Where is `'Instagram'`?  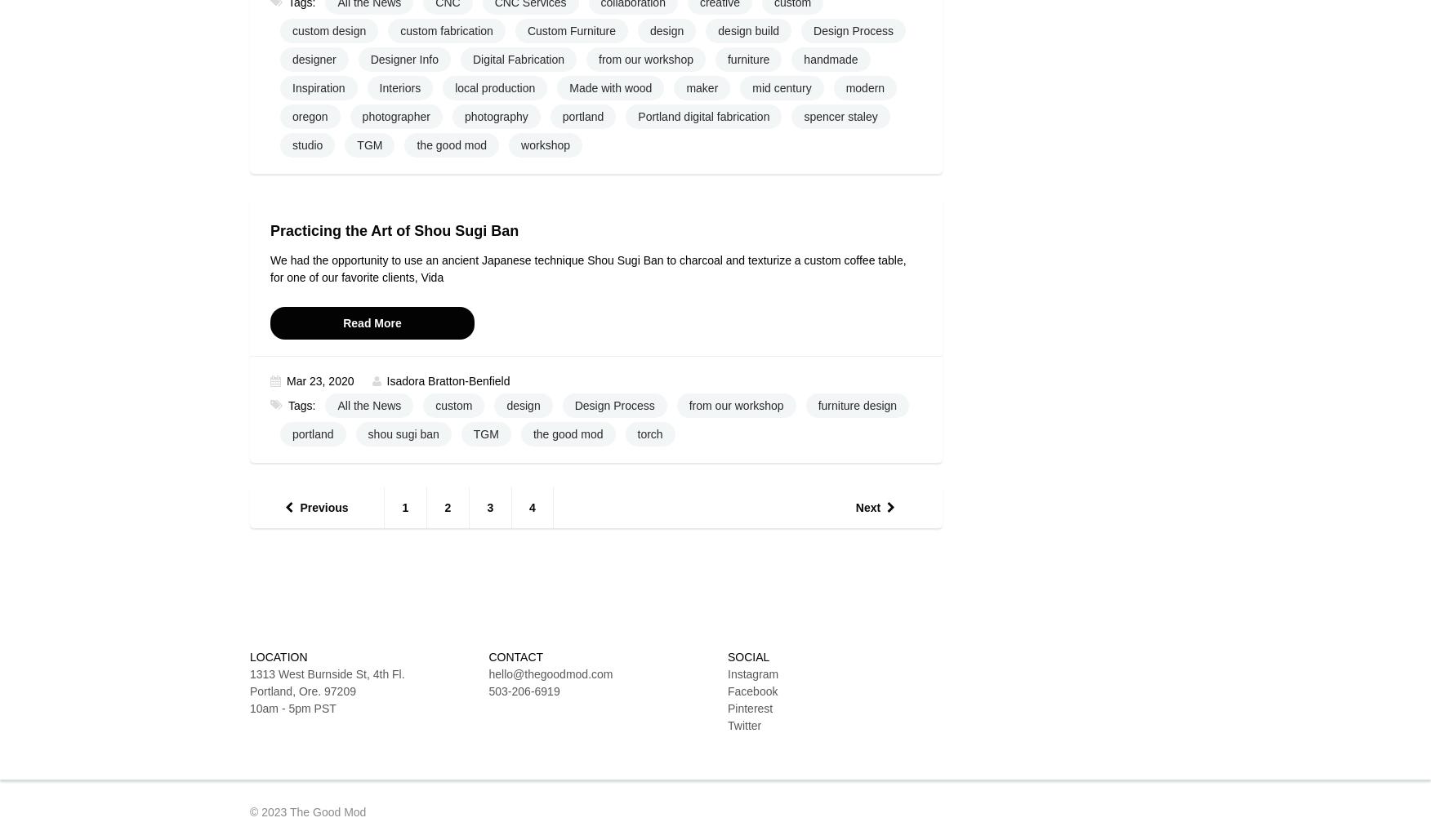
'Instagram' is located at coordinates (753, 673).